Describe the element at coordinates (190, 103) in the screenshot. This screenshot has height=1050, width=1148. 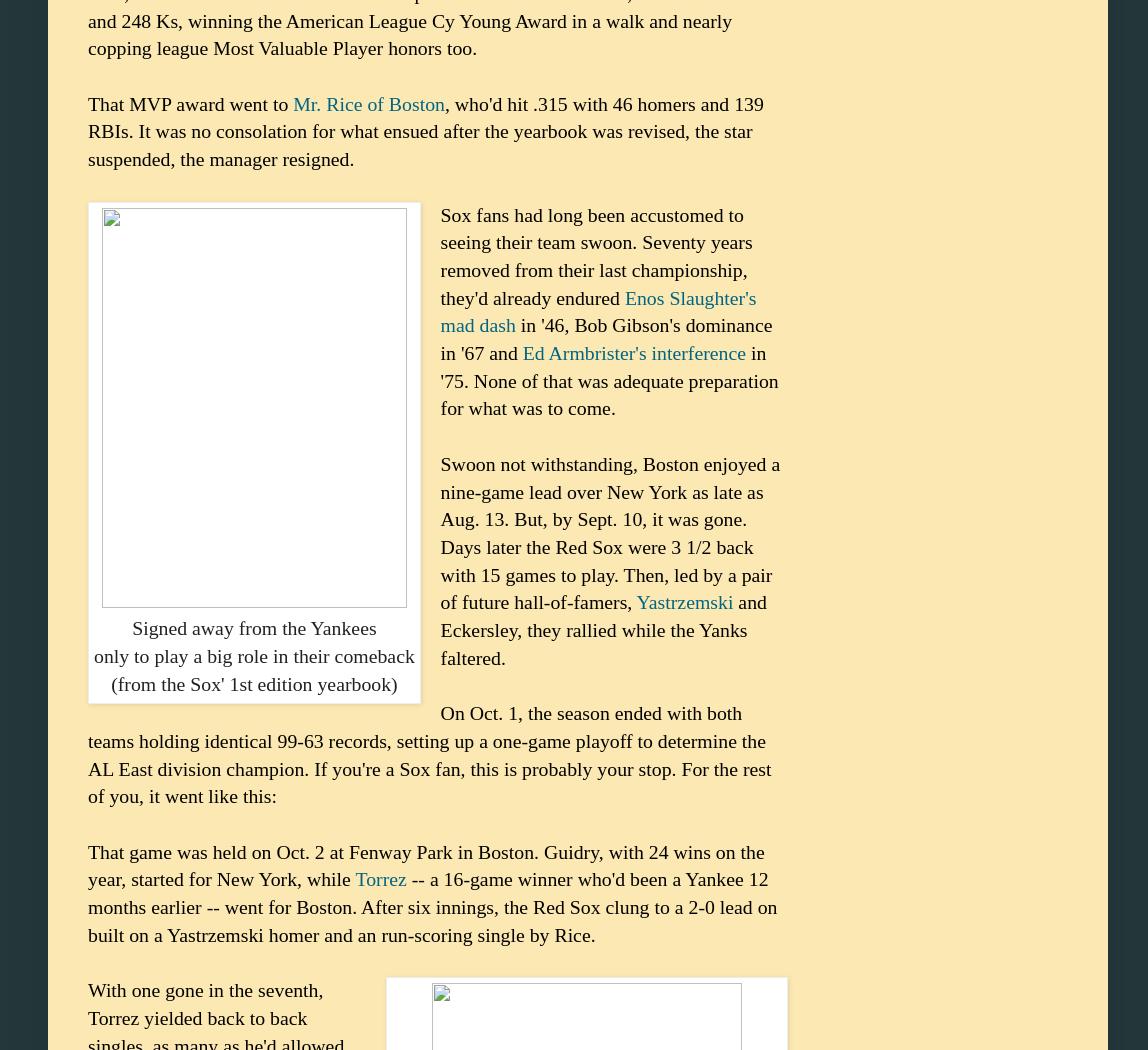
I see `'That MVP award went to'` at that location.